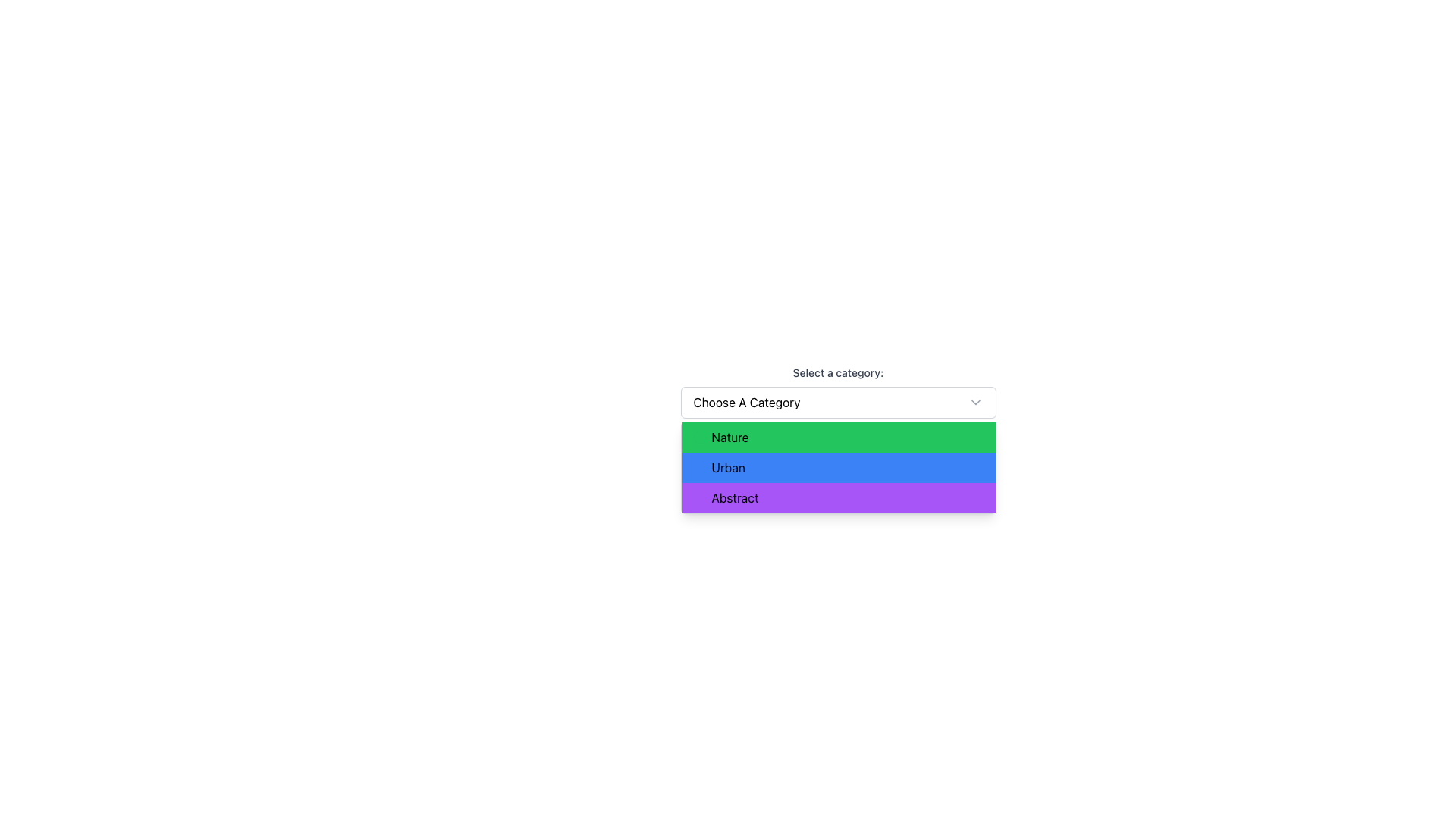 The height and width of the screenshot is (819, 1456). Describe the element at coordinates (837, 391) in the screenshot. I see `the dropdown menu labeled 'Select a category:'` at that location.